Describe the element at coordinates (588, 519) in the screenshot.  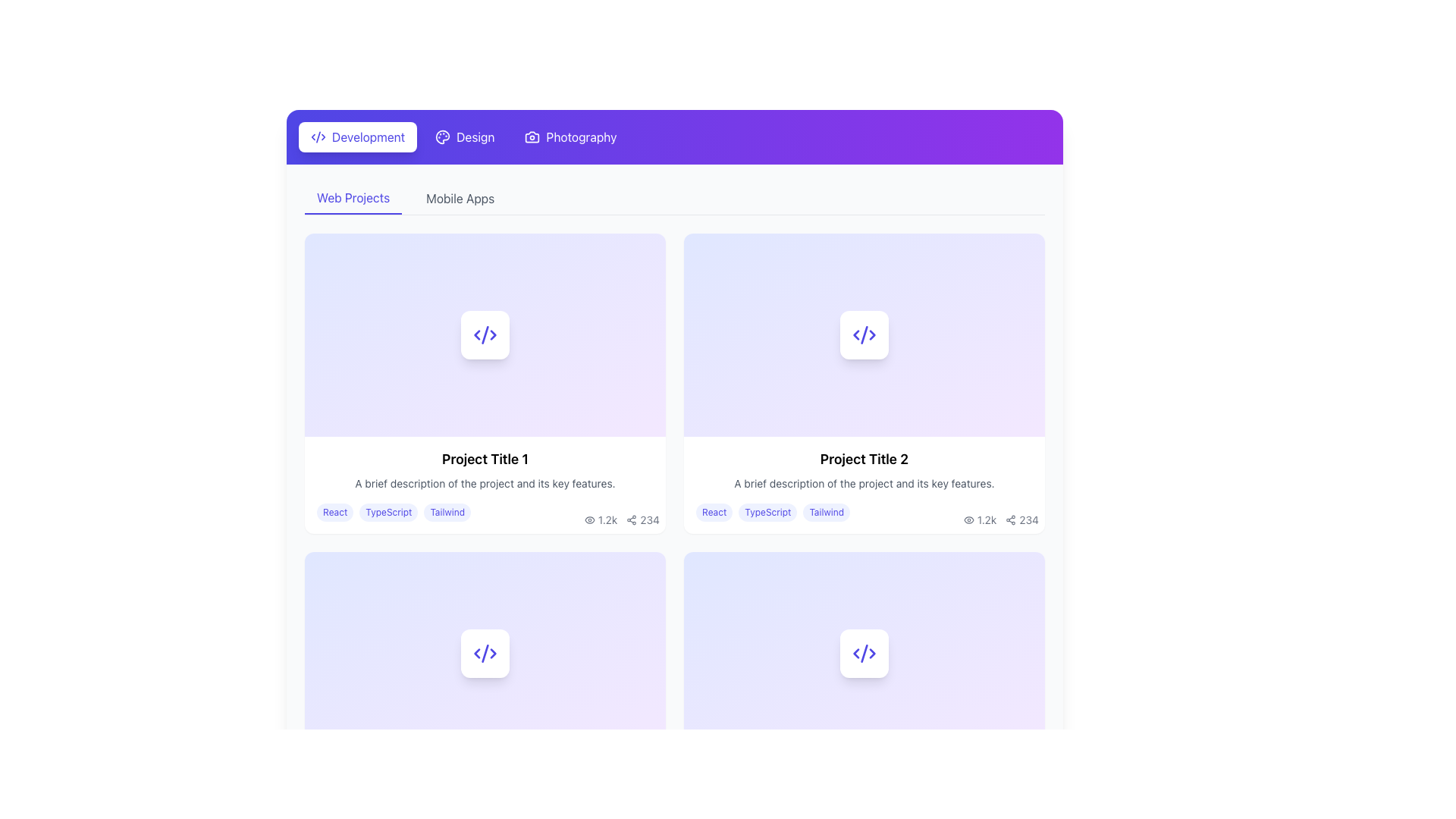
I see `the small eye-shaped icon located in the bottom-right corner of the card labeled 'Project Title 1'` at that location.